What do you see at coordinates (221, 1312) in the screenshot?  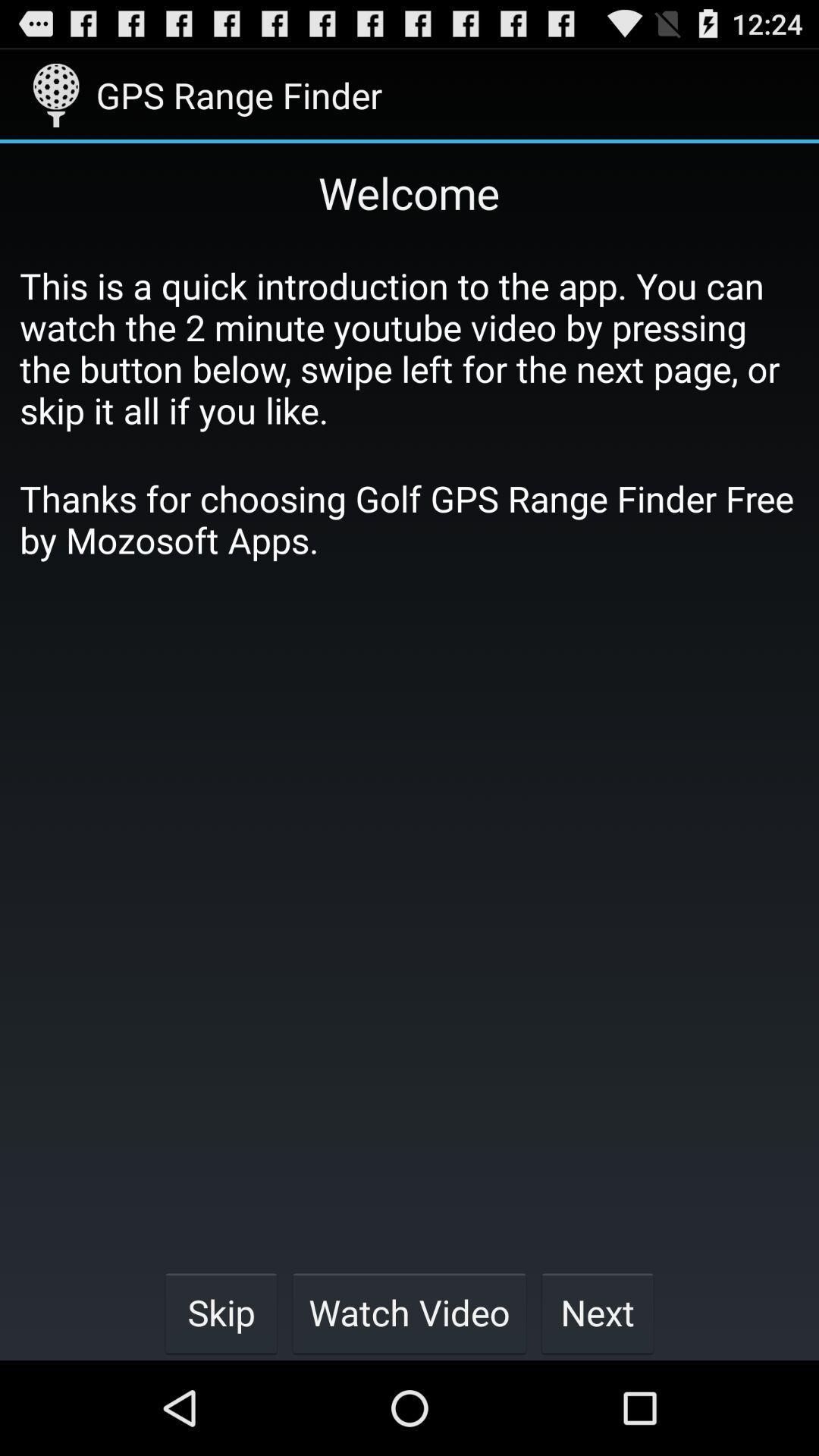 I see `item next to the watch video` at bounding box center [221, 1312].